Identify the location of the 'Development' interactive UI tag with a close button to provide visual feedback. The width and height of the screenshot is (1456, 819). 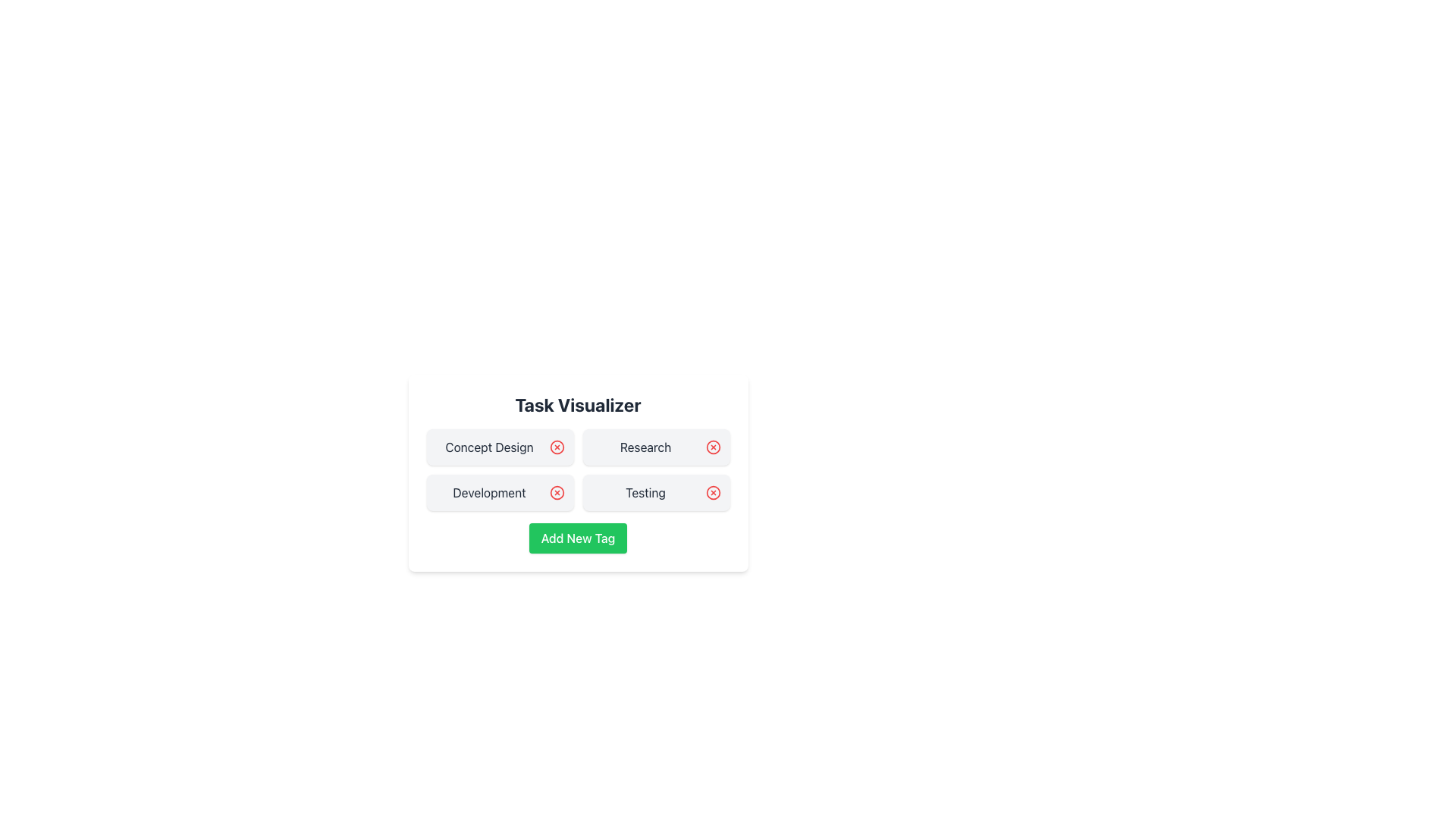
(500, 493).